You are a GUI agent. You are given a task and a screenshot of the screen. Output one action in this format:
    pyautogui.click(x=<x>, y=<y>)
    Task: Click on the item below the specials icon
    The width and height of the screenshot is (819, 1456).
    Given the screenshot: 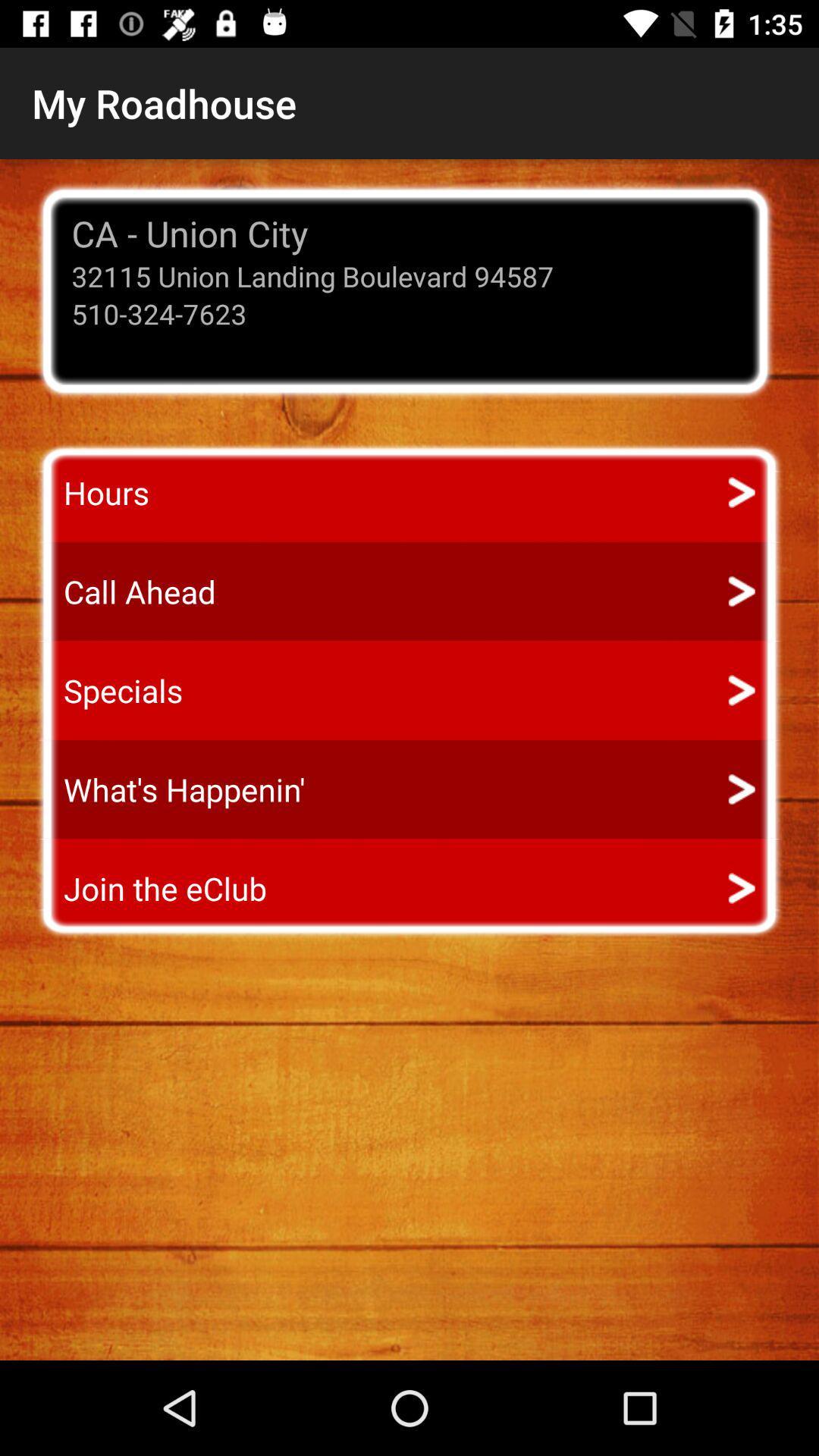 What is the action you would take?
    pyautogui.click(x=170, y=789)
    